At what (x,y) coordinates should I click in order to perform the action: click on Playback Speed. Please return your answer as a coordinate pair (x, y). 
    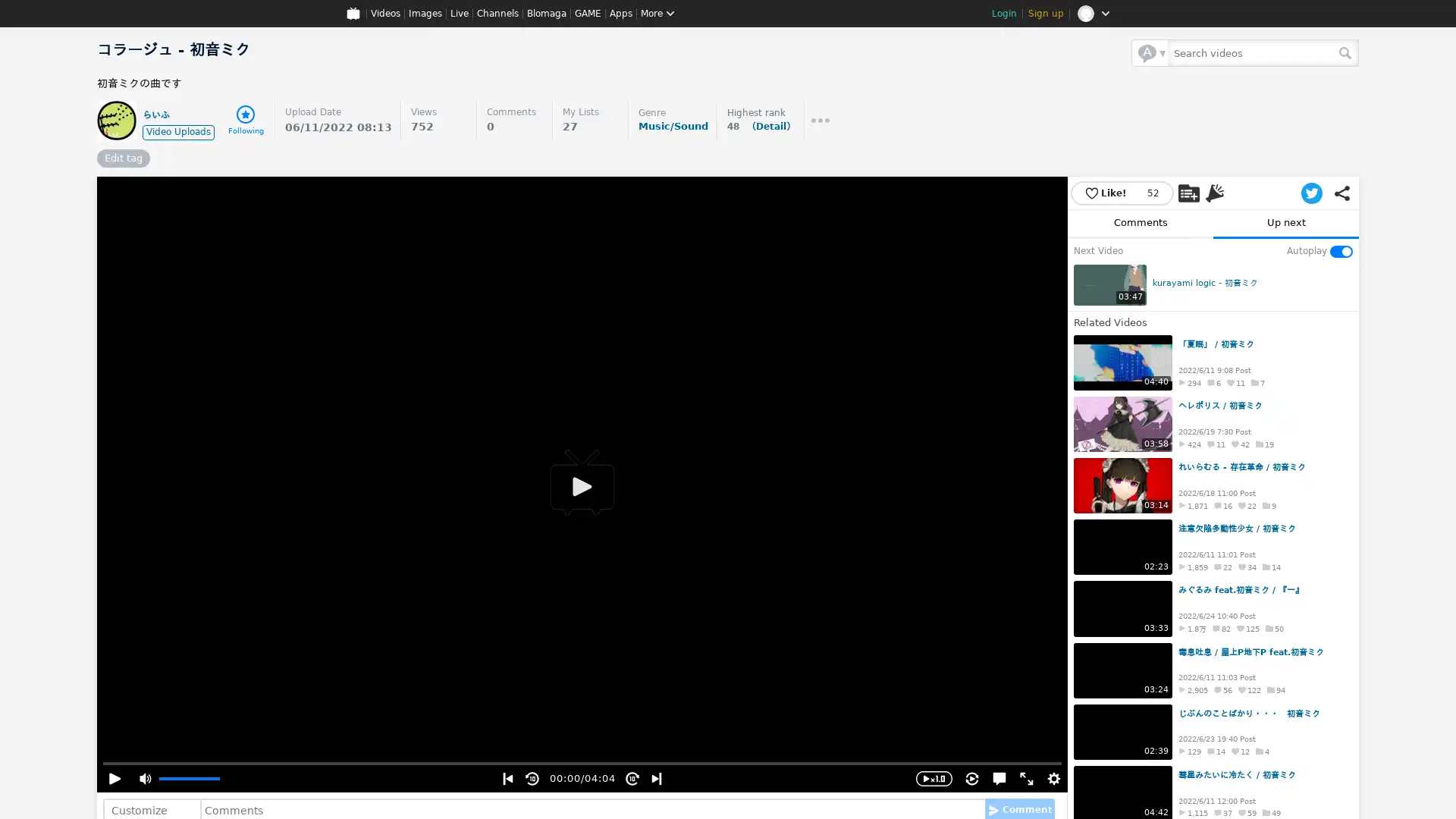
    Looking at the image, I should click on (934, 778).